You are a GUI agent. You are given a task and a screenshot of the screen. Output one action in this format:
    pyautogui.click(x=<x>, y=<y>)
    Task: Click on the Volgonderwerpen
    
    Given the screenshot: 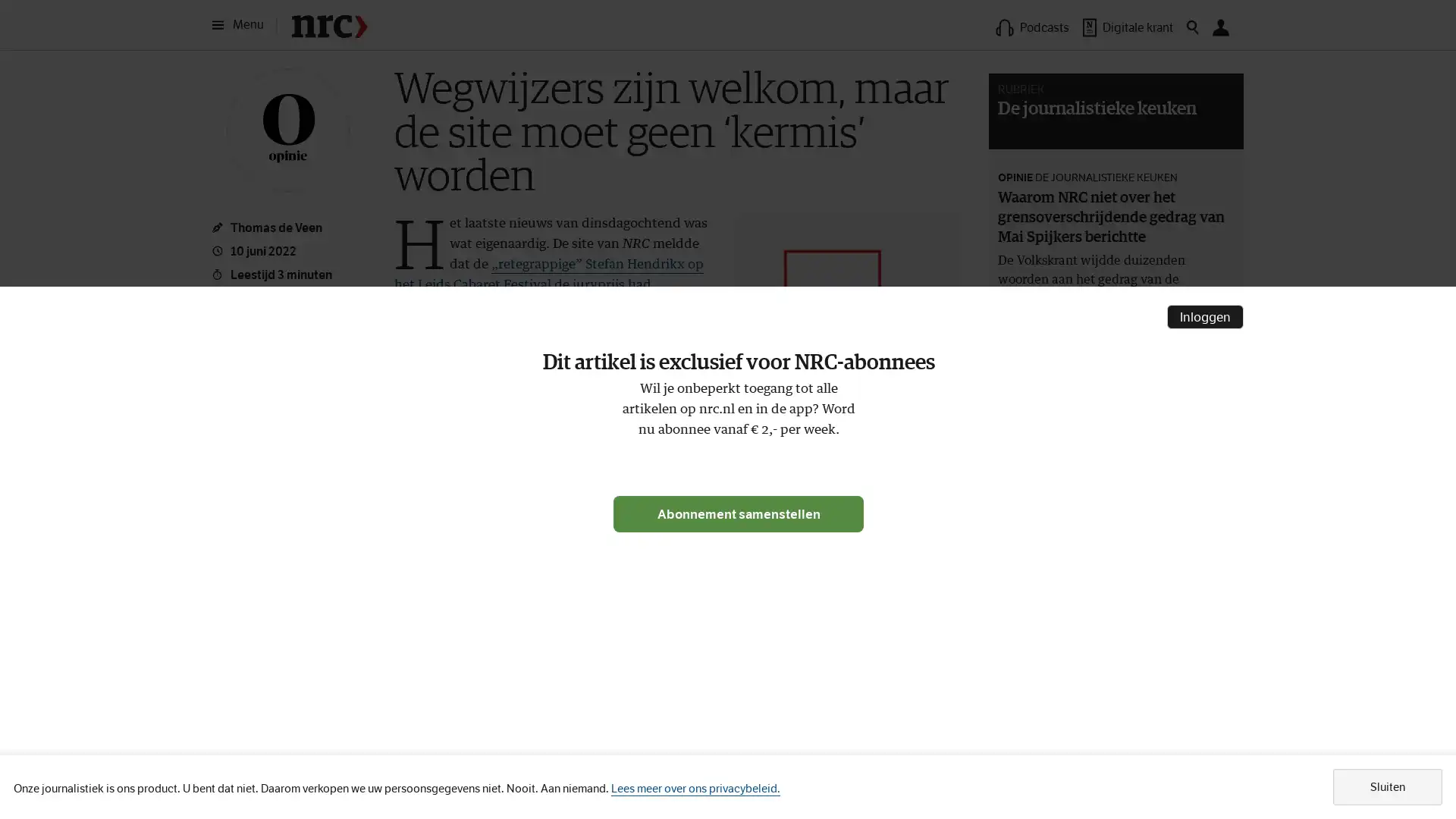 What is the action you would take?
    pyautogui.click(x=748, y=538)
    